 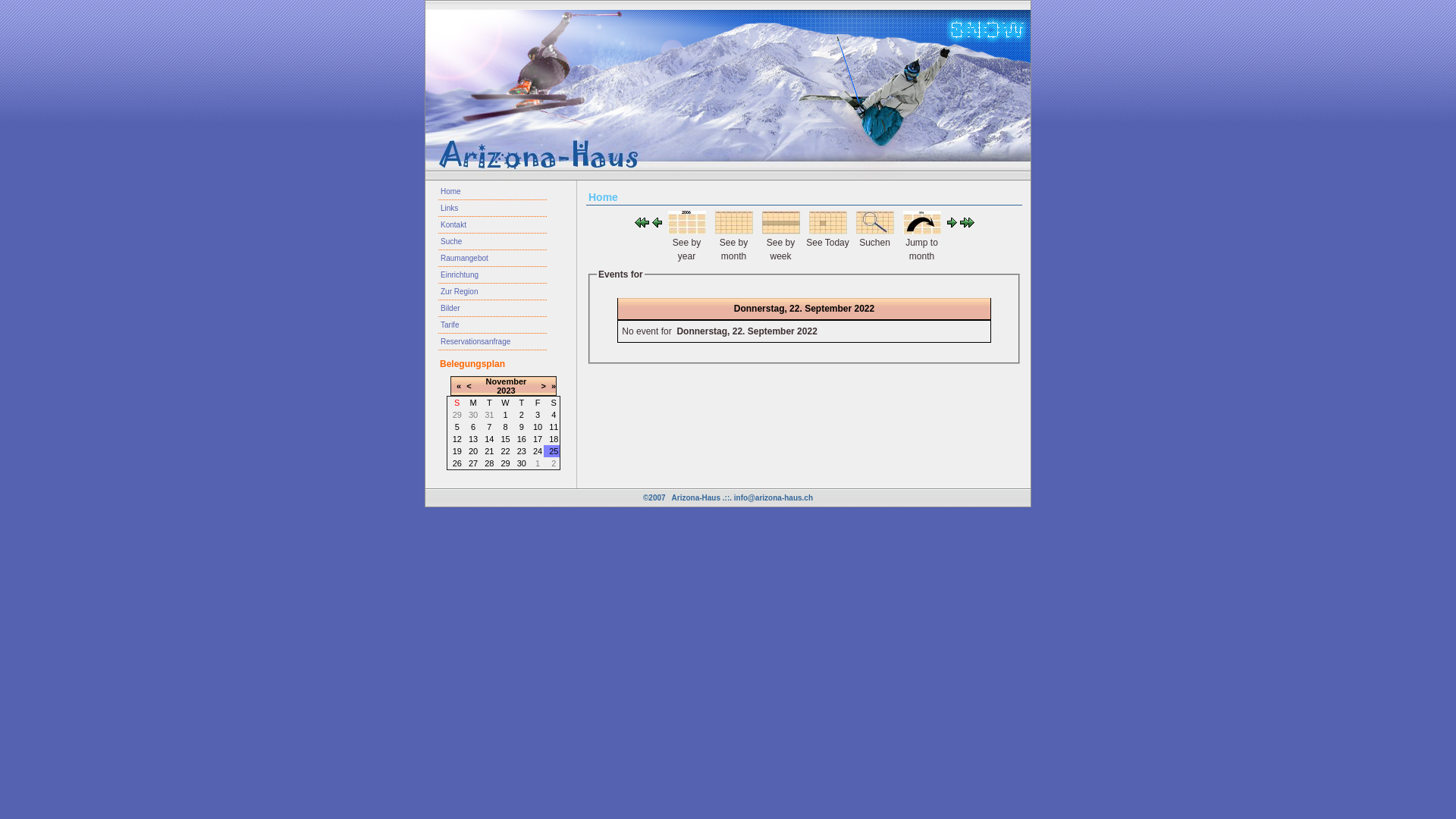 What do you see at coordinates (641, 224) in the screenshot?
I see `'Previous month'` at bounding box center [641, 224].